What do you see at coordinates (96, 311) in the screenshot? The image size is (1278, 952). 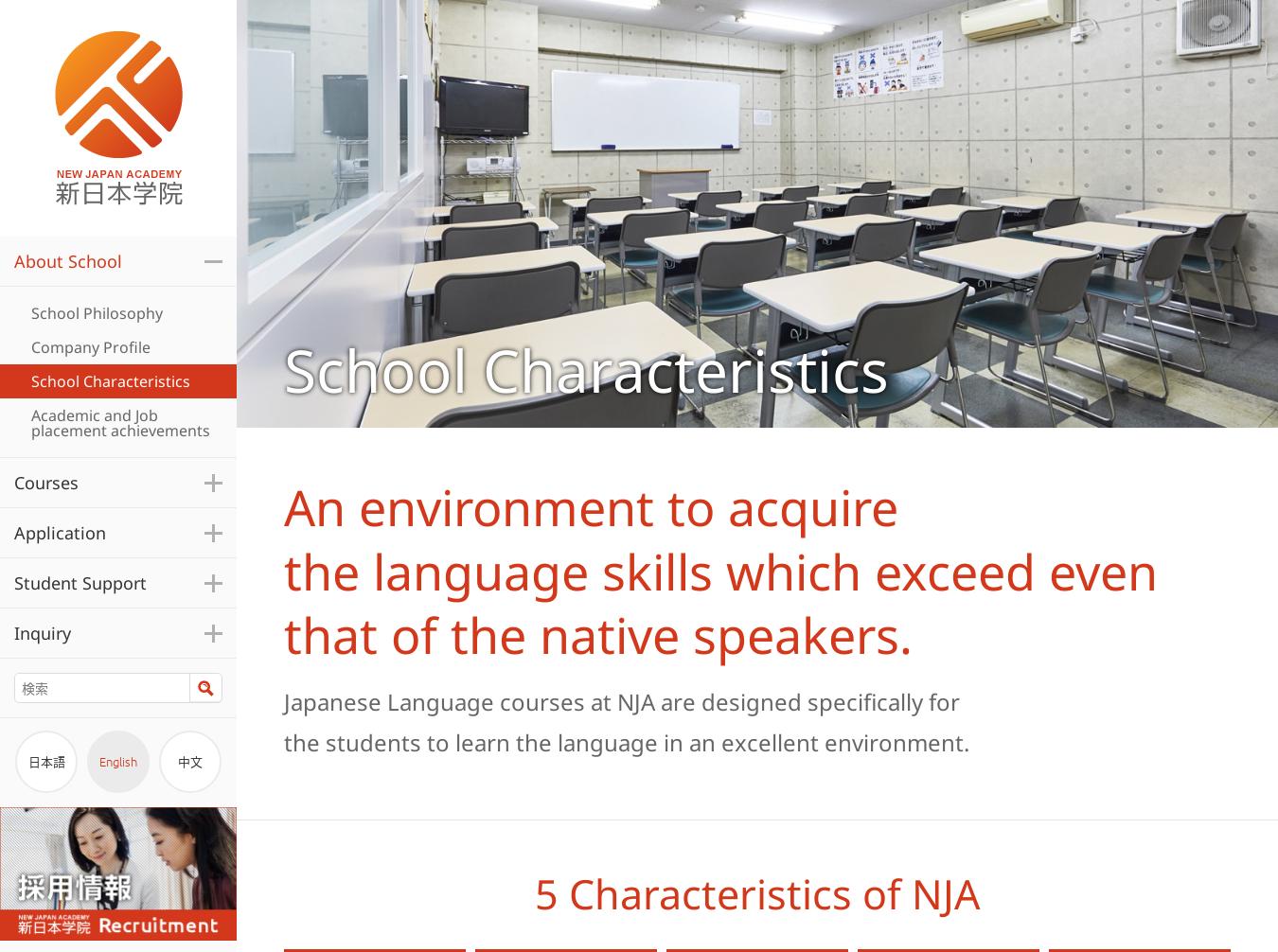 I see `'School Philosophy'` at bounding box center [96, 311].